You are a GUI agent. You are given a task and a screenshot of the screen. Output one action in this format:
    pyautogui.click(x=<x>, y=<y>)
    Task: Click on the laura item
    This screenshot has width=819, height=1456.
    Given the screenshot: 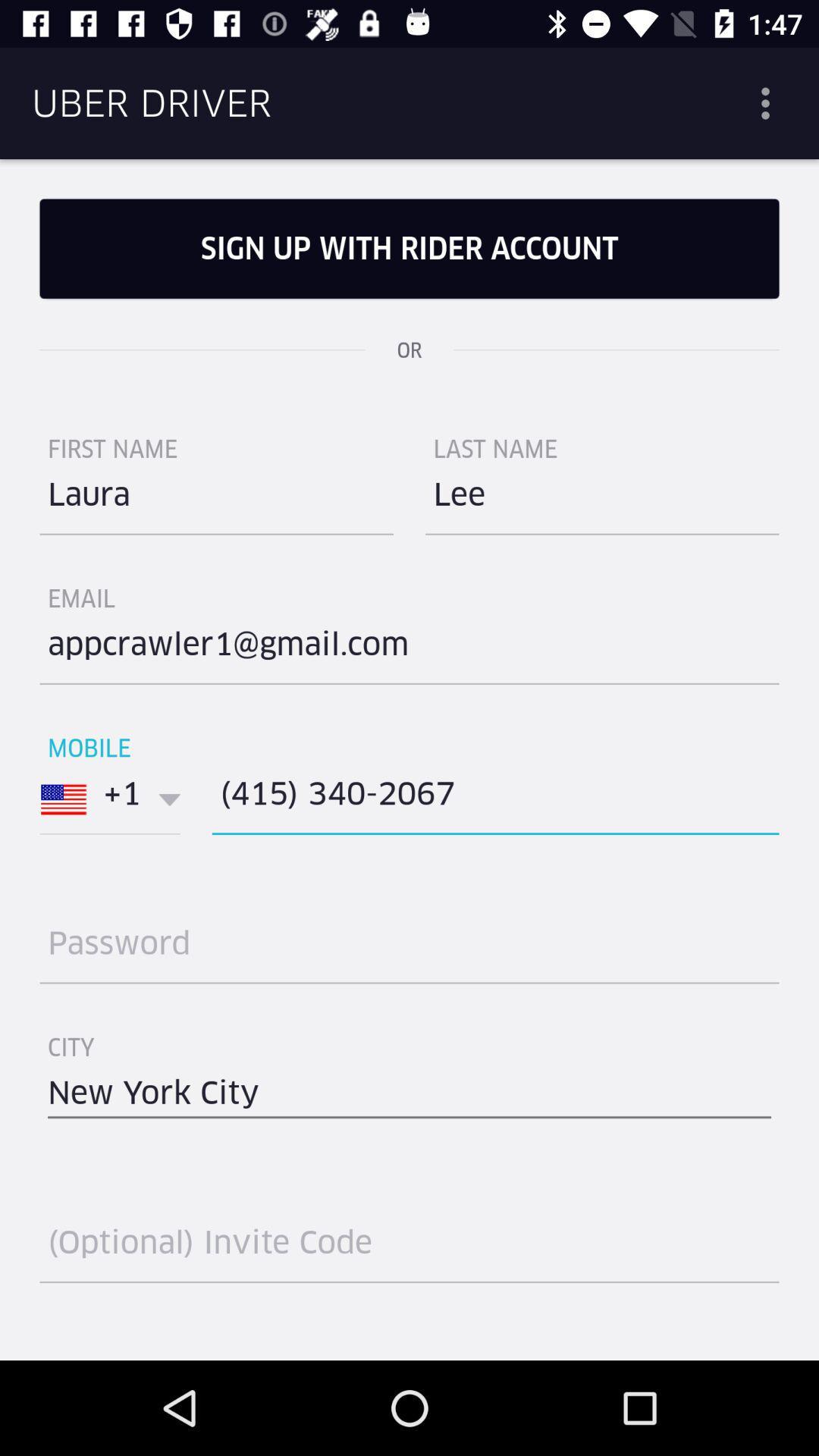 What is the action you would take?
    pyautogui.click(x=216, y=500)
    